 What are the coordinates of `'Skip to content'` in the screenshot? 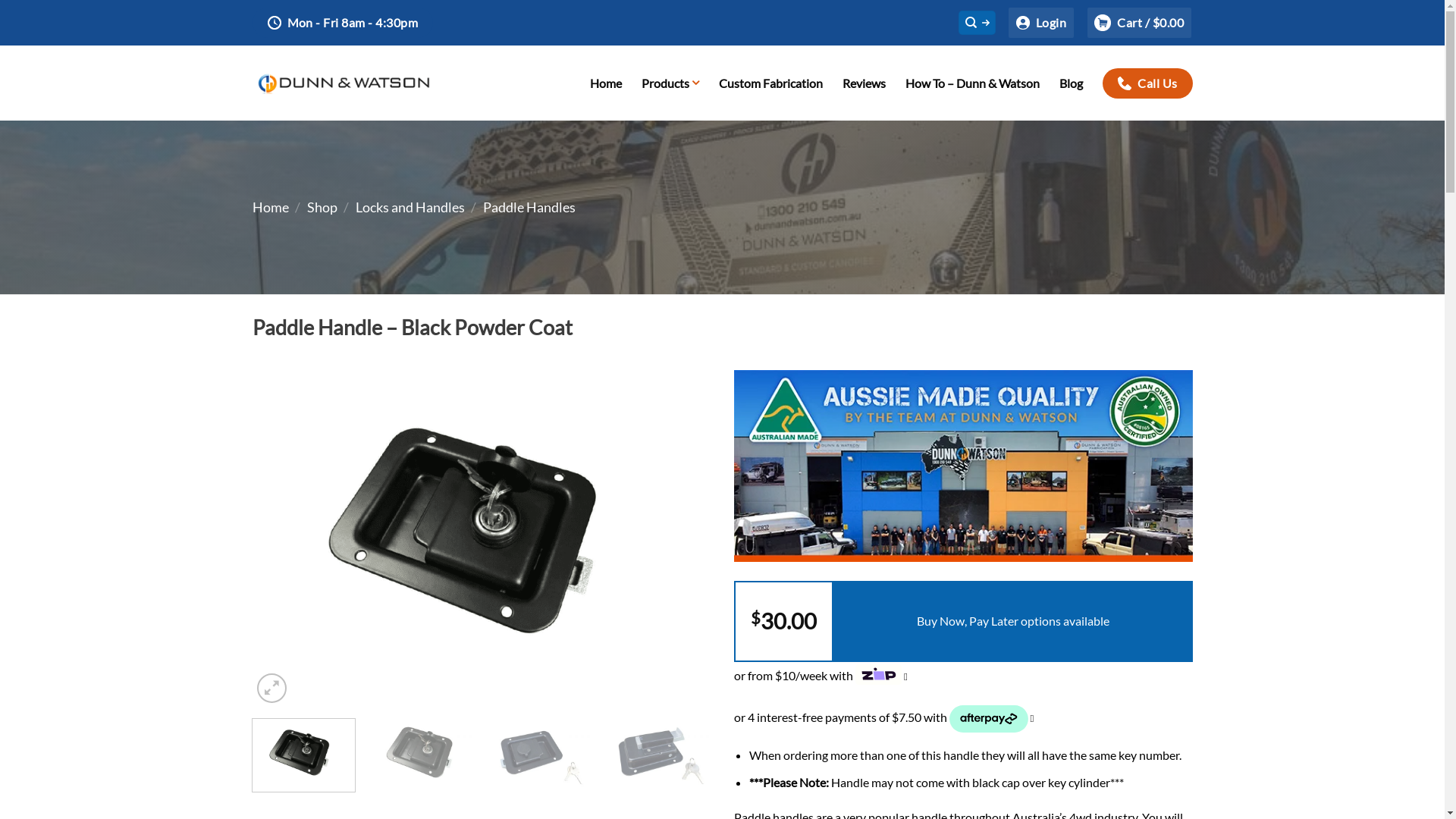 It's located at (0, 0).